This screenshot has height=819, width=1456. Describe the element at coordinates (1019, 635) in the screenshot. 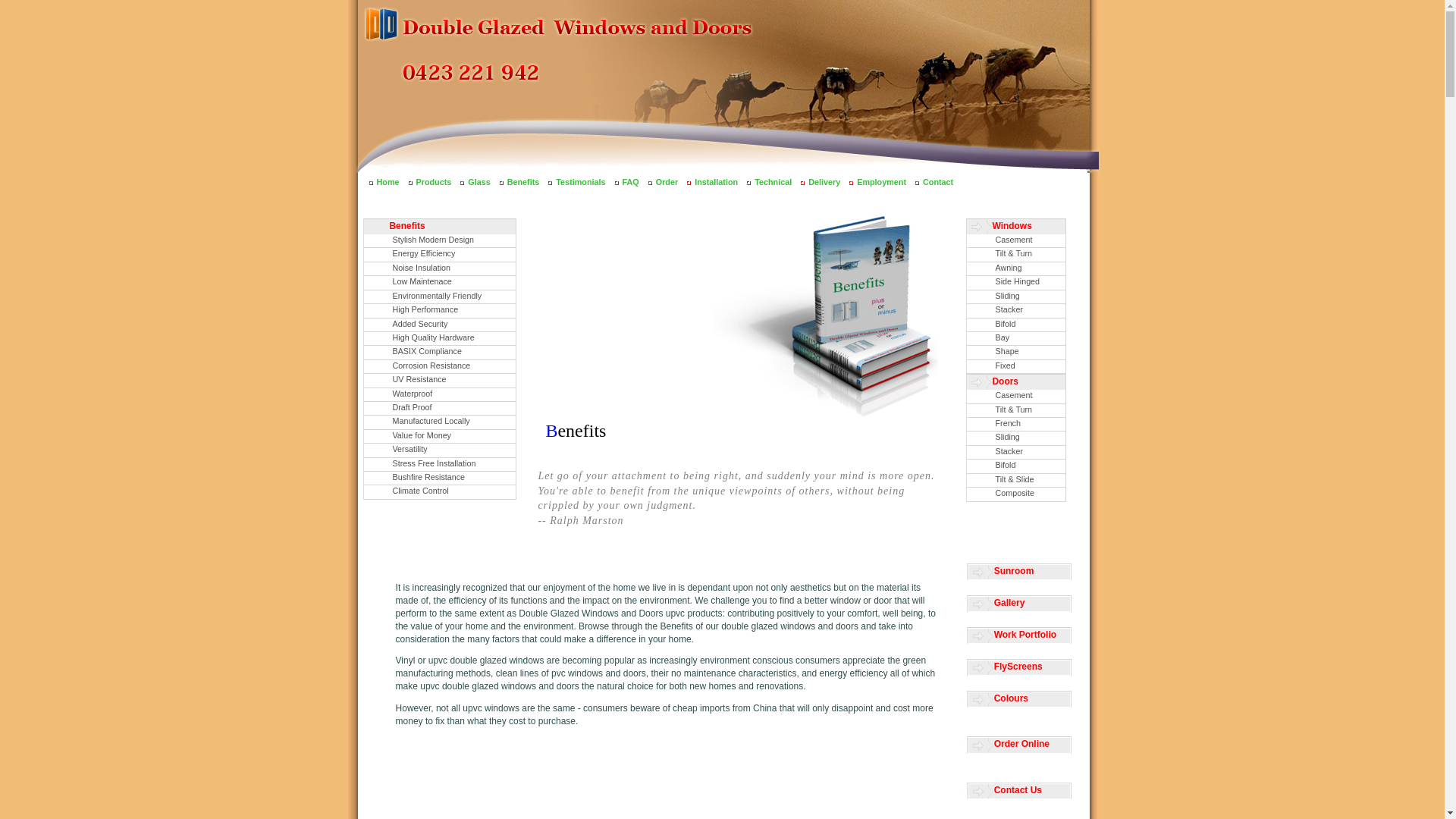

I see `'Work Portfolio'` at that location.